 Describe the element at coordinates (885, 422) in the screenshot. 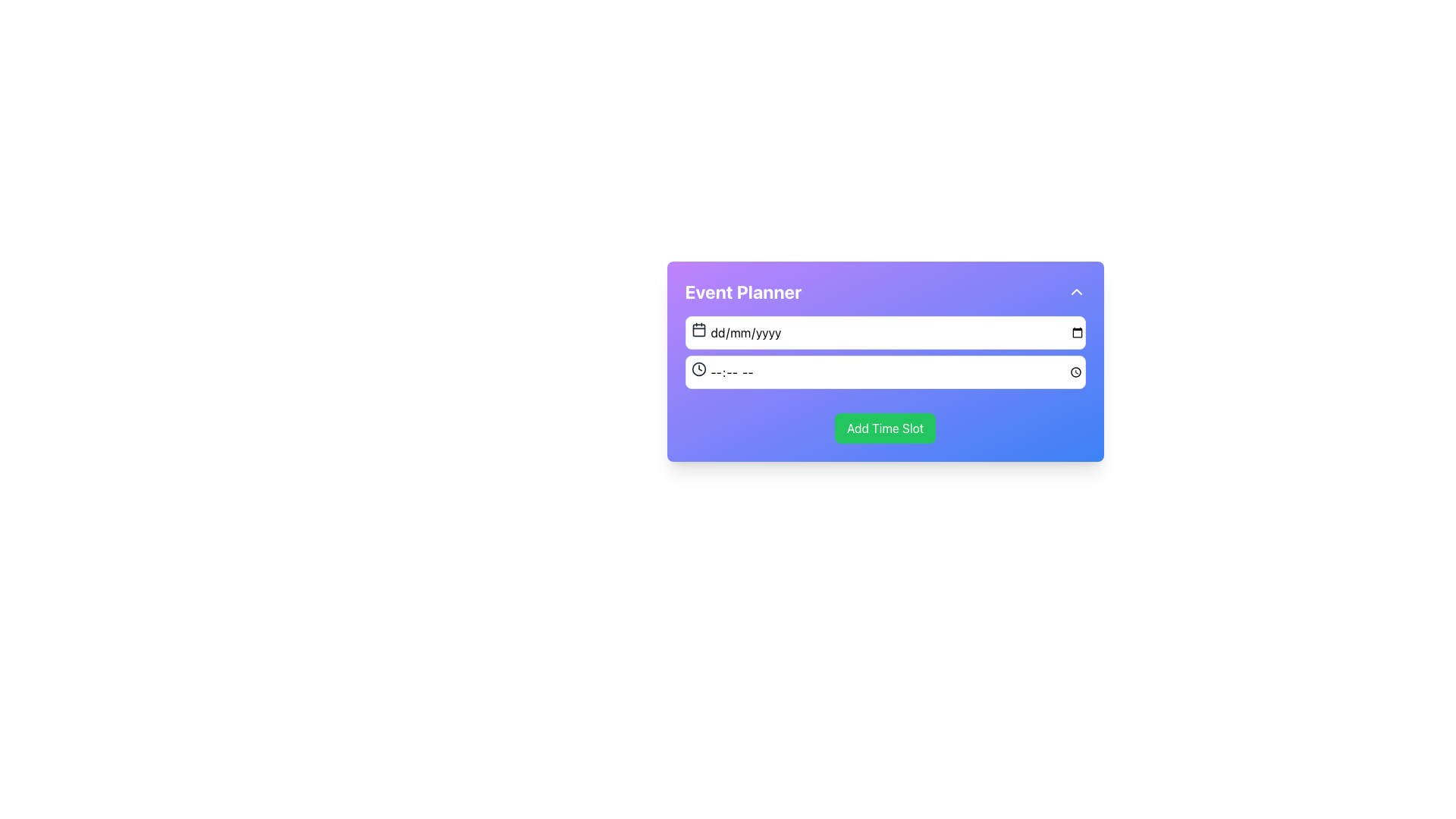

I see `the green button located at the bottom center of the 'Event Planner' panel` at that location.